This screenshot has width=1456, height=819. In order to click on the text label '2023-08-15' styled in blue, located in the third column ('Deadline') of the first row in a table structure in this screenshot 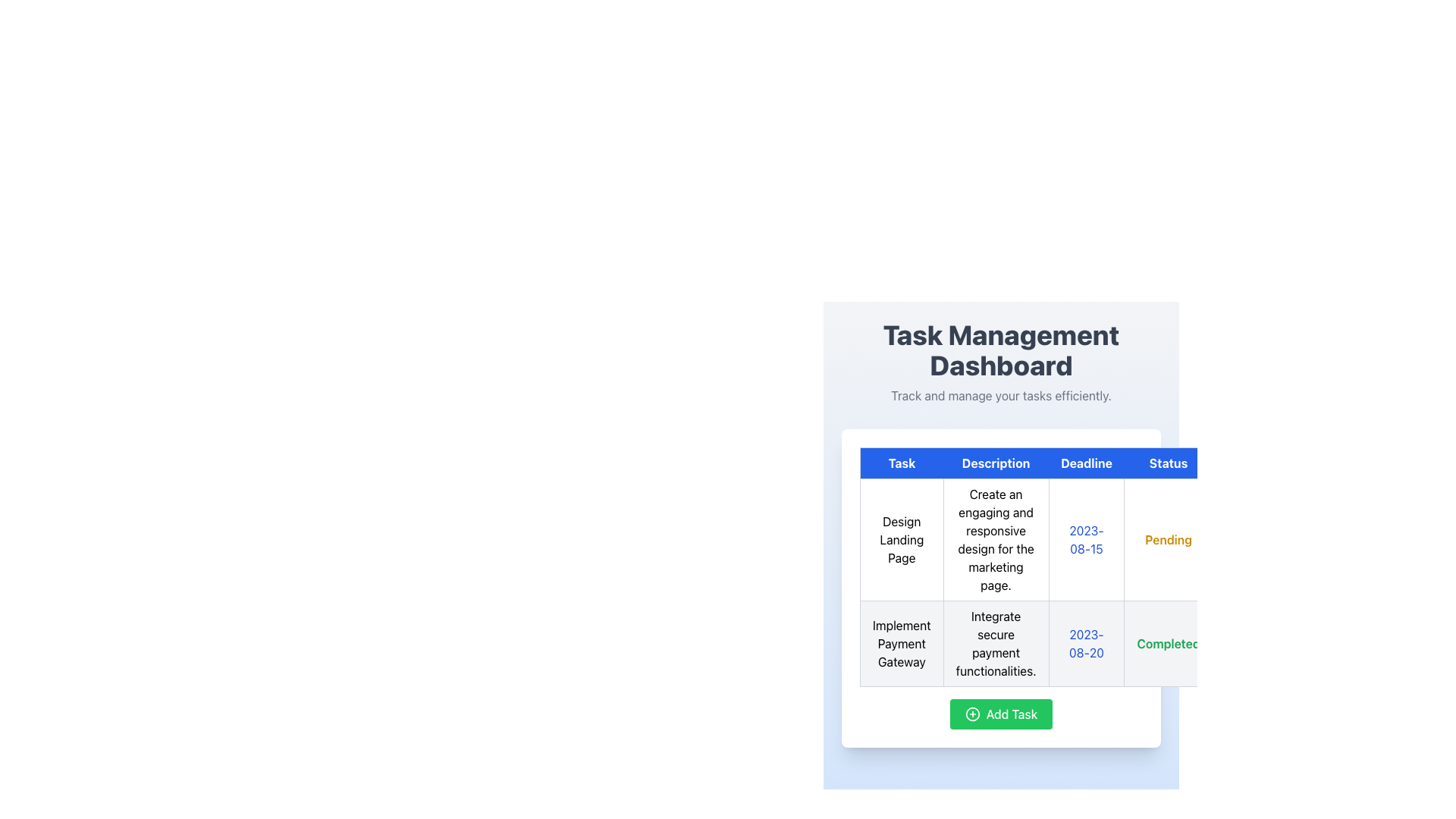, I will do `click(1086, 539)`.